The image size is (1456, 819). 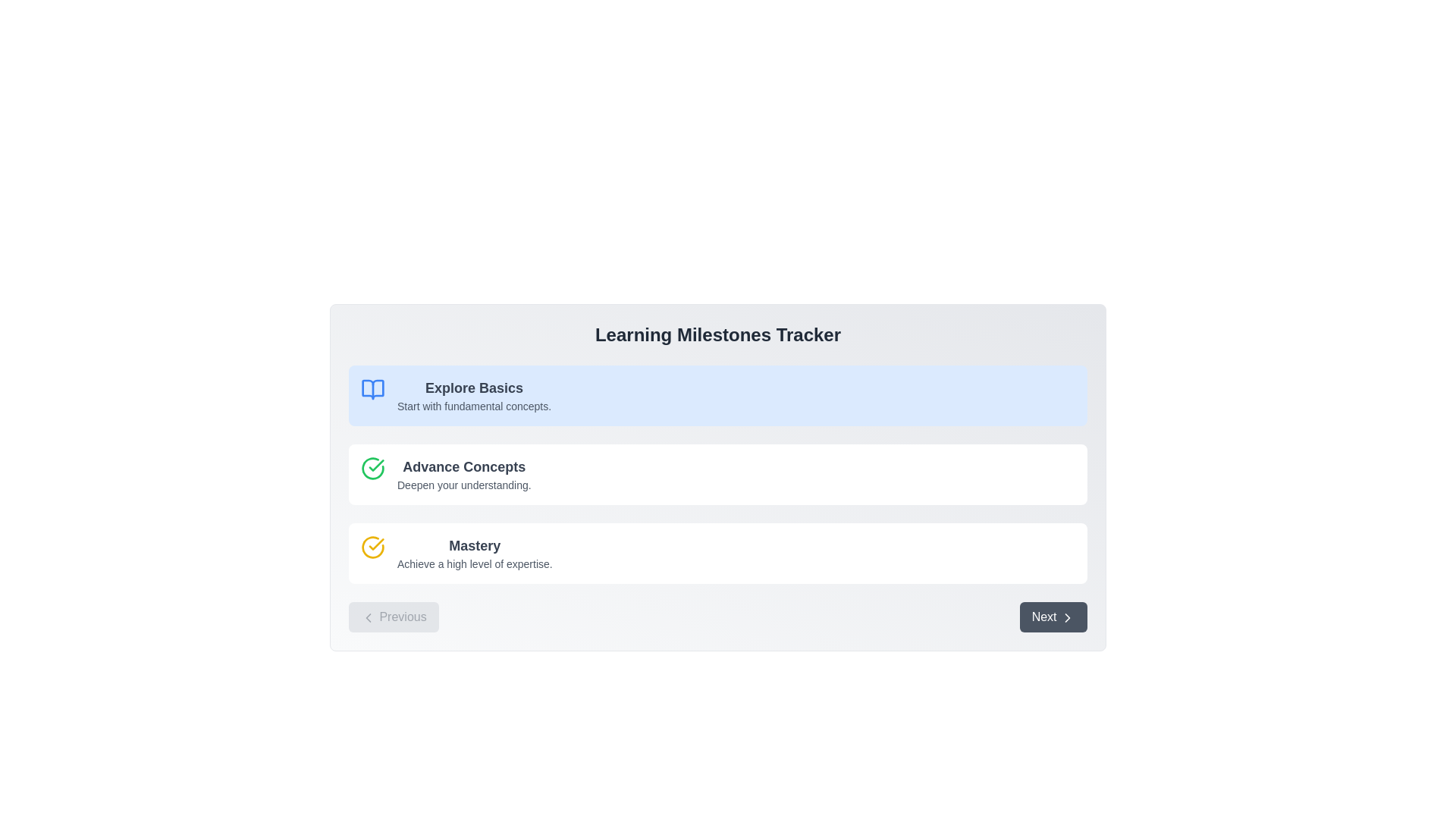 I want to click on the green checkmark icon encased in a circular outline, which symbolizes completion, located to the left of the text 'Advance Concepts' in the middle card-like section, so click(x=372, y=473).